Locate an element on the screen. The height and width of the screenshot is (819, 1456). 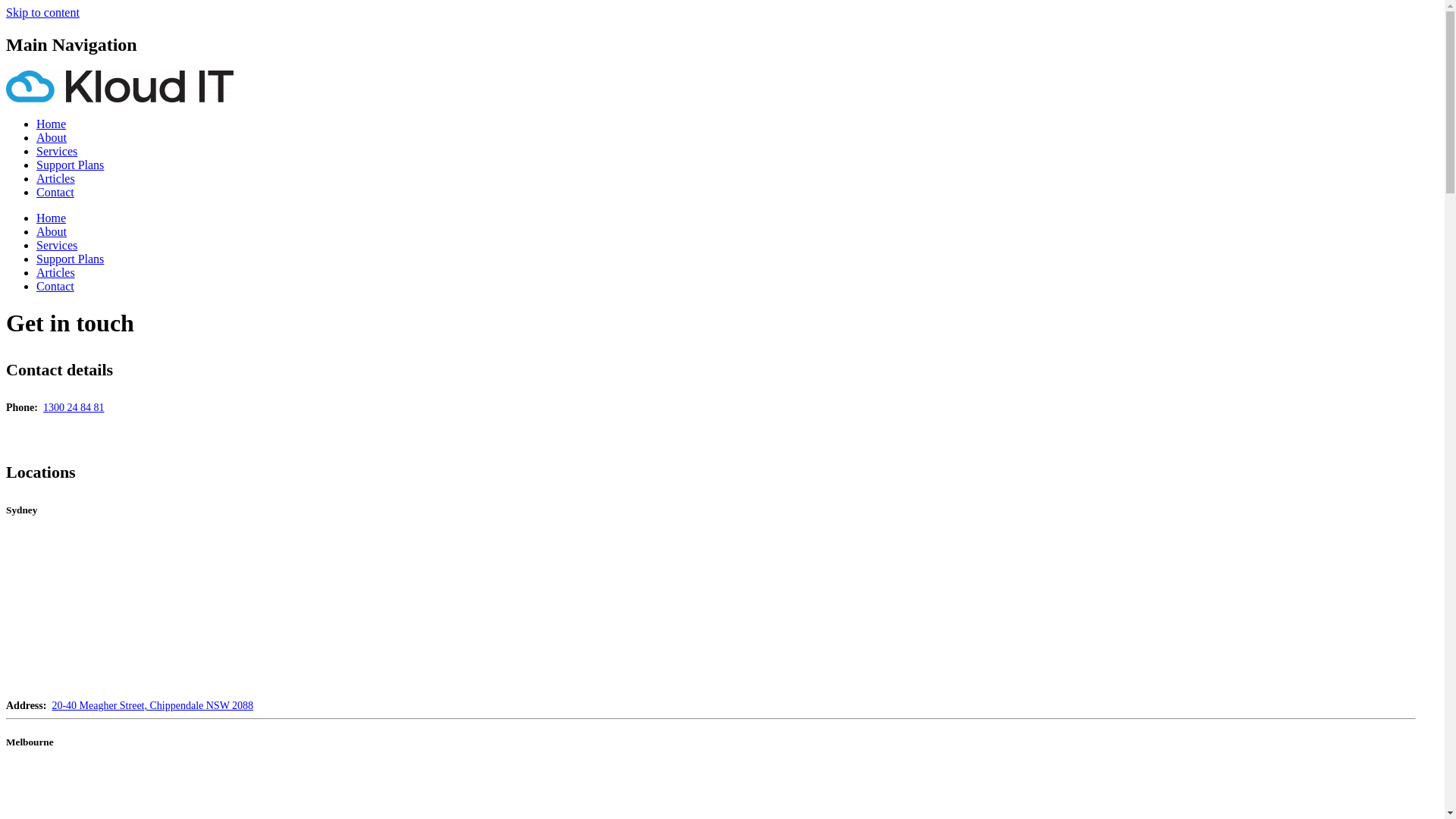
'20-40 Meagher Street, Chippendale NSW 2088' is located at coordinates (51, 705).